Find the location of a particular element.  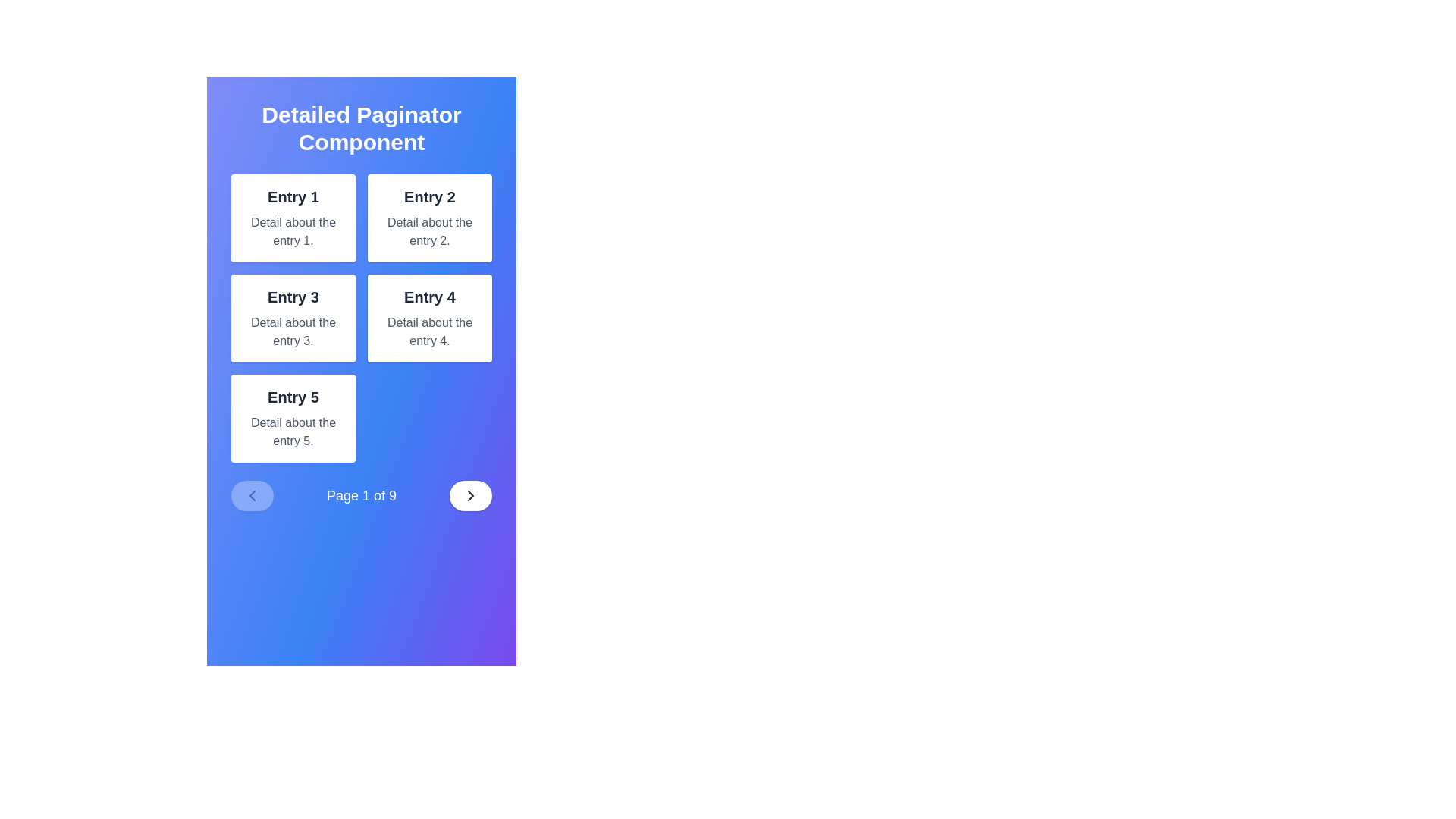

the button with an icon located at the bottom-left of the pagination section is located at coordinates (252, 496).